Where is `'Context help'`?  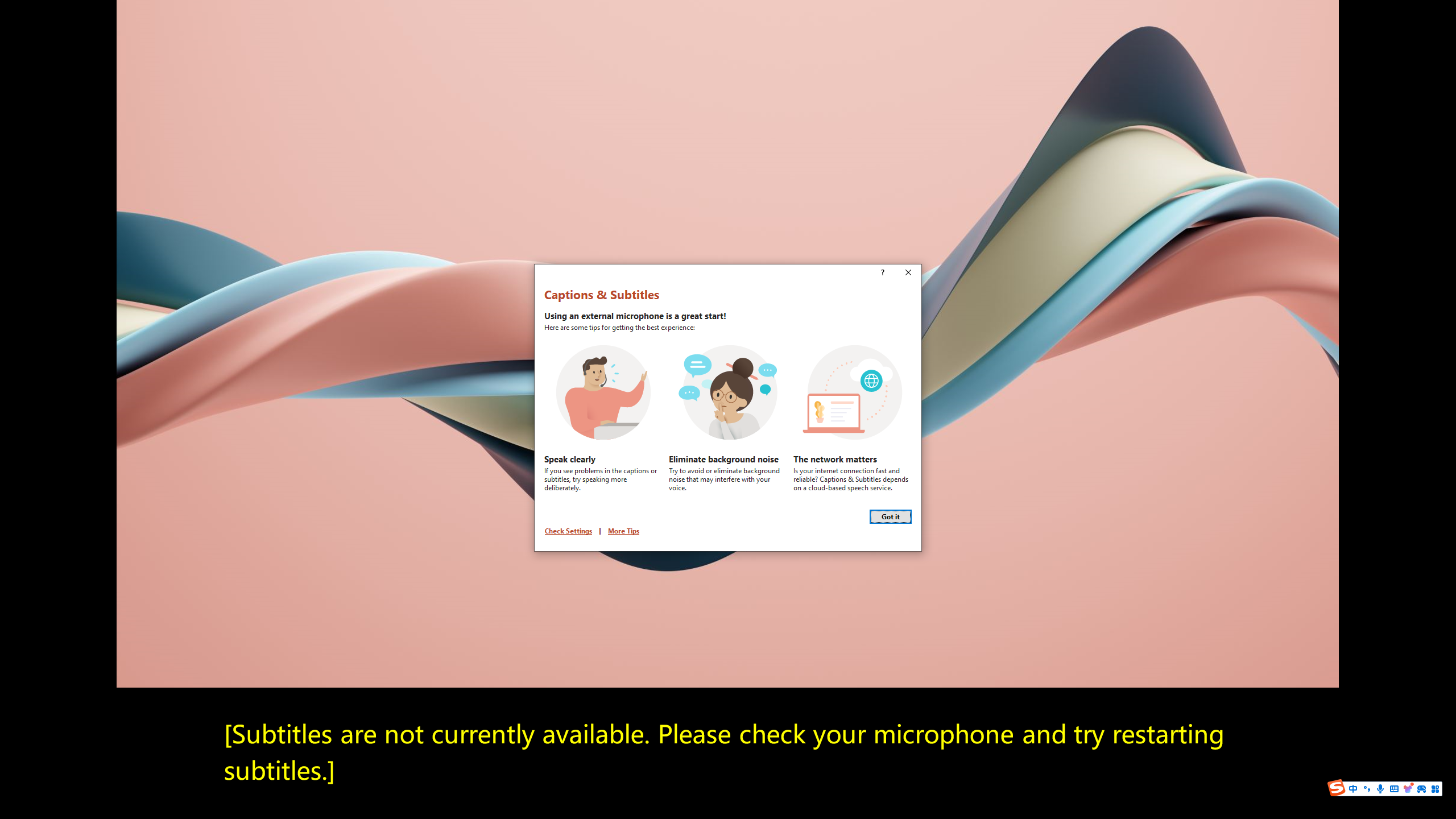 'Context help' is located at coordinates (881, 272).